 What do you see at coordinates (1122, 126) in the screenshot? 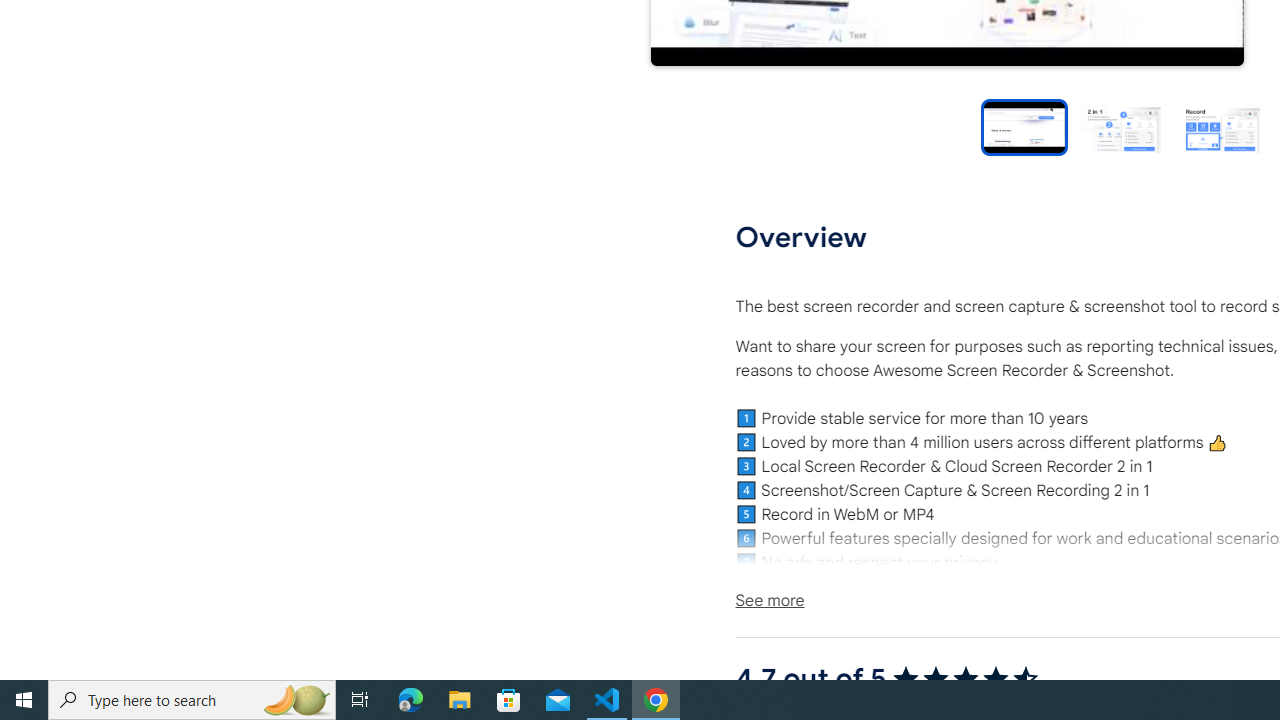
I see `'Preview slide 2'` at bounding box center [1122, 126].